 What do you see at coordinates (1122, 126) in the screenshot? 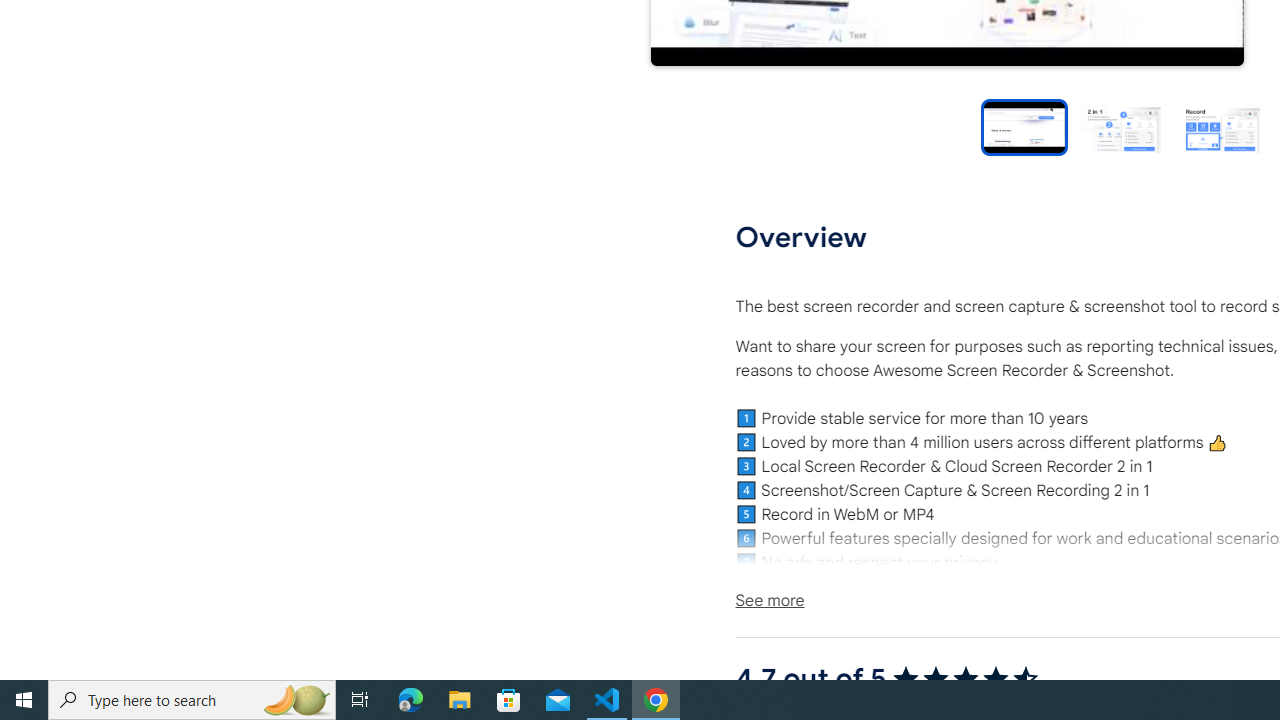
I see `'Preview slide 2'` at bounding box center [1122, 126].